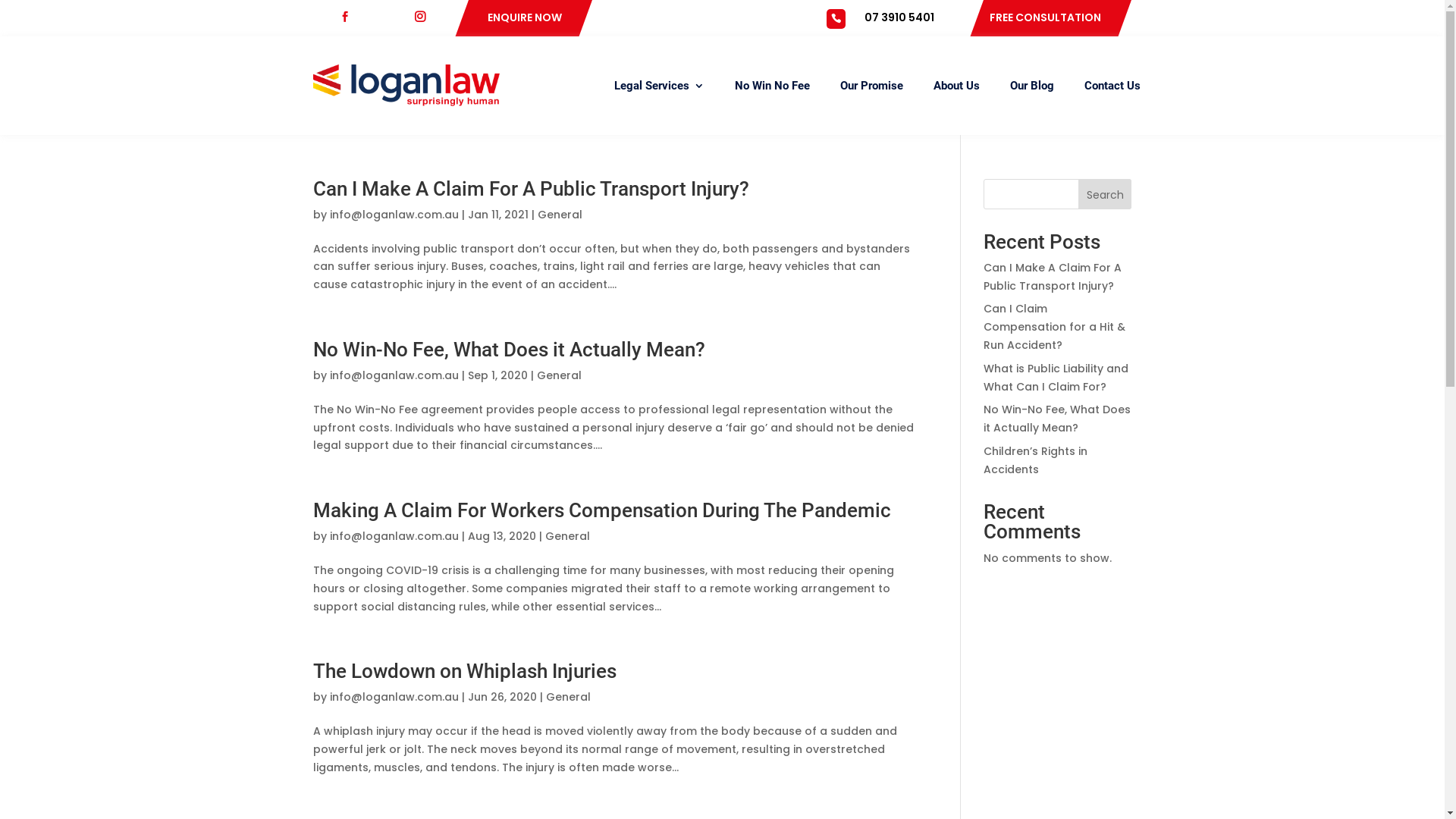 The width and height of the screenshot is (1456, 819). What do you see at coordinates (871, 85) in the screenshot?
I see `'Our Promise'` at bounding box center [871, 85].